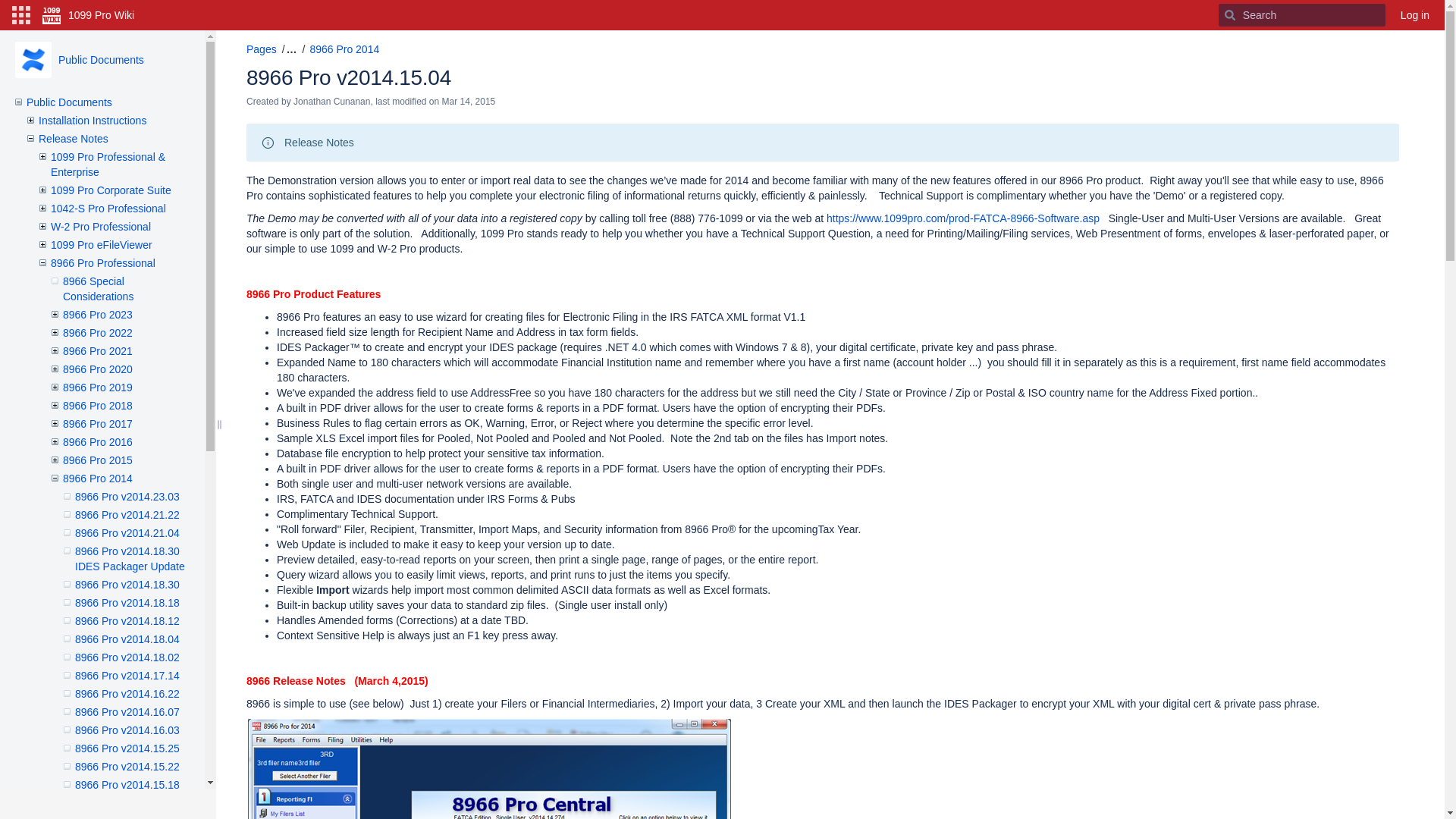 Image resolution: width=1456 pixels, height=819 pixels. What do you see at coordinates (127, 620) in the screenshot?
I see `'8966 Pro v2014.18.12'` at bounding box center [127, 620].